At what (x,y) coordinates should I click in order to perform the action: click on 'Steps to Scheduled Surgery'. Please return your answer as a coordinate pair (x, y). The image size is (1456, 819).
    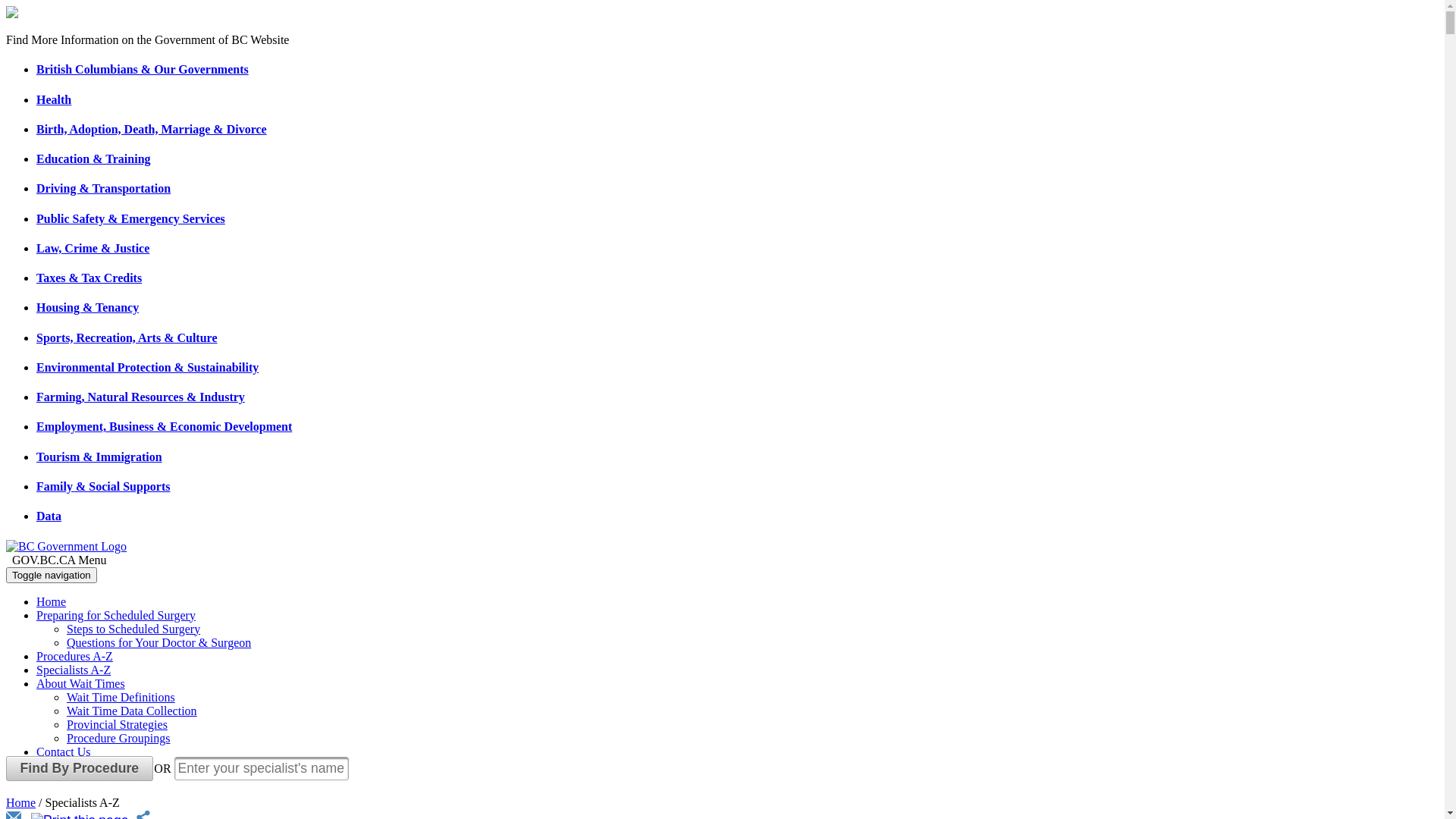
    Looking at the image, I should click on (65, 629).